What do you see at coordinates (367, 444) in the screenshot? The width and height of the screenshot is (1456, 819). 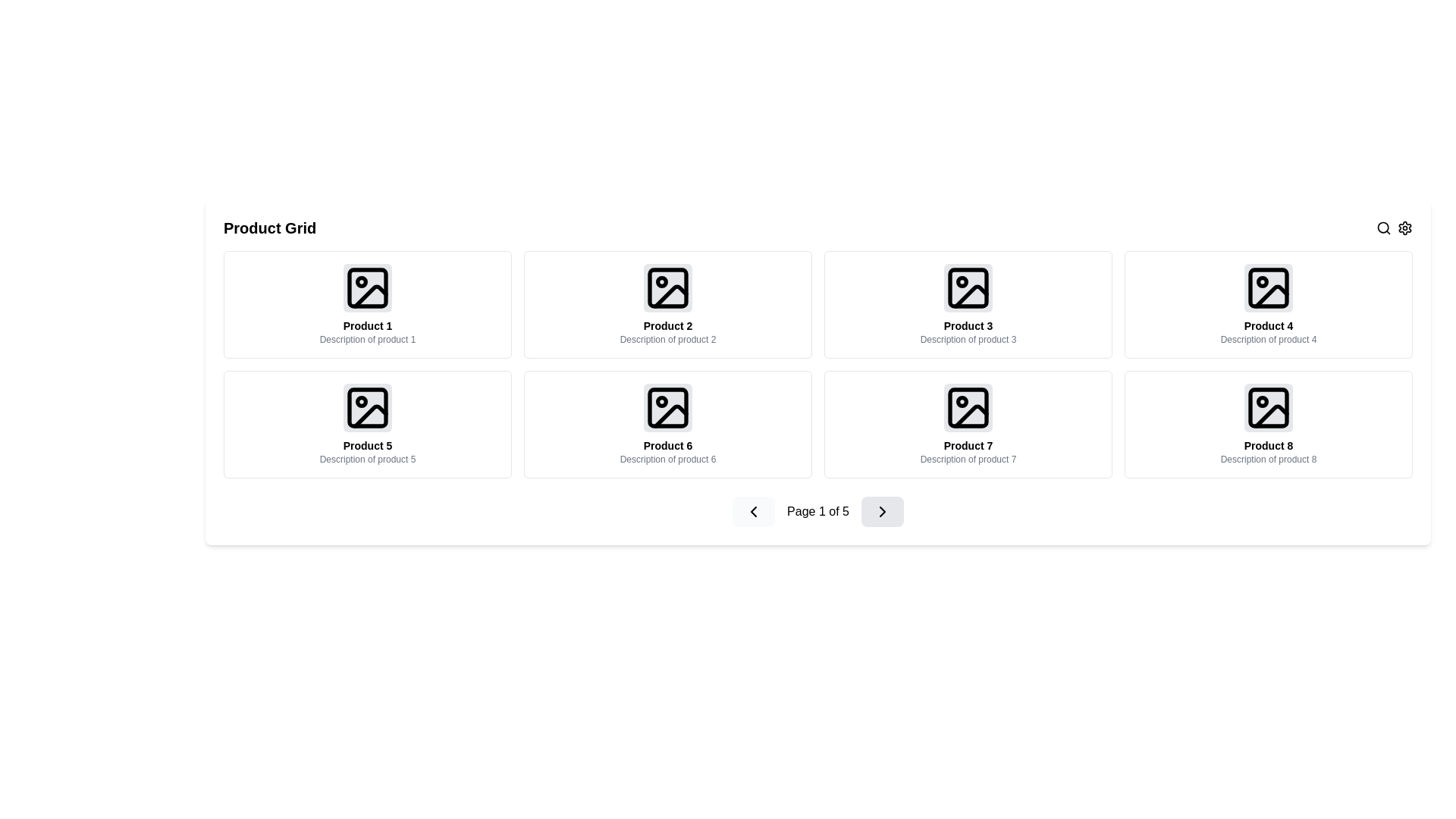 I see `the text label that contains the string 'Product 5', which is styled with a small font size, bold, and center-aligned, located in the product card for 'Product 5'` at bounding box center [367, 444].